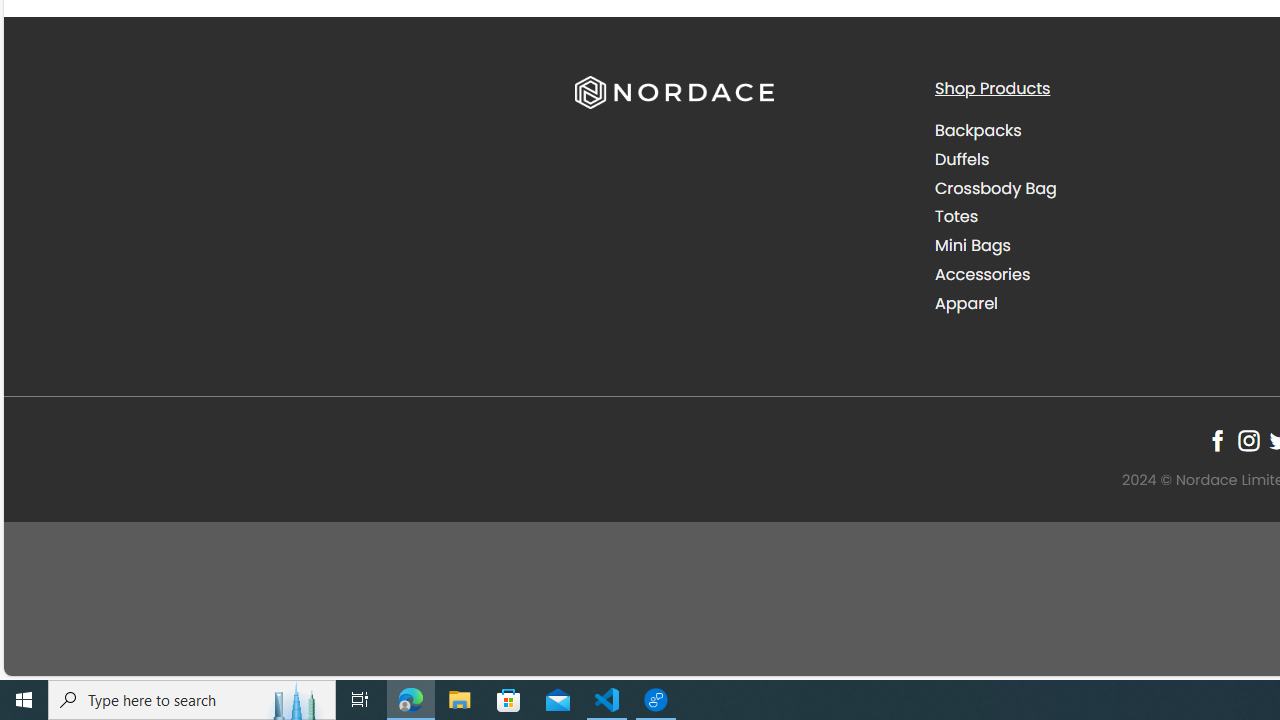  What do you see at coordinates (955, 217) in the screenshot?
I see `'Totes'` at bounding box center [955, 217].